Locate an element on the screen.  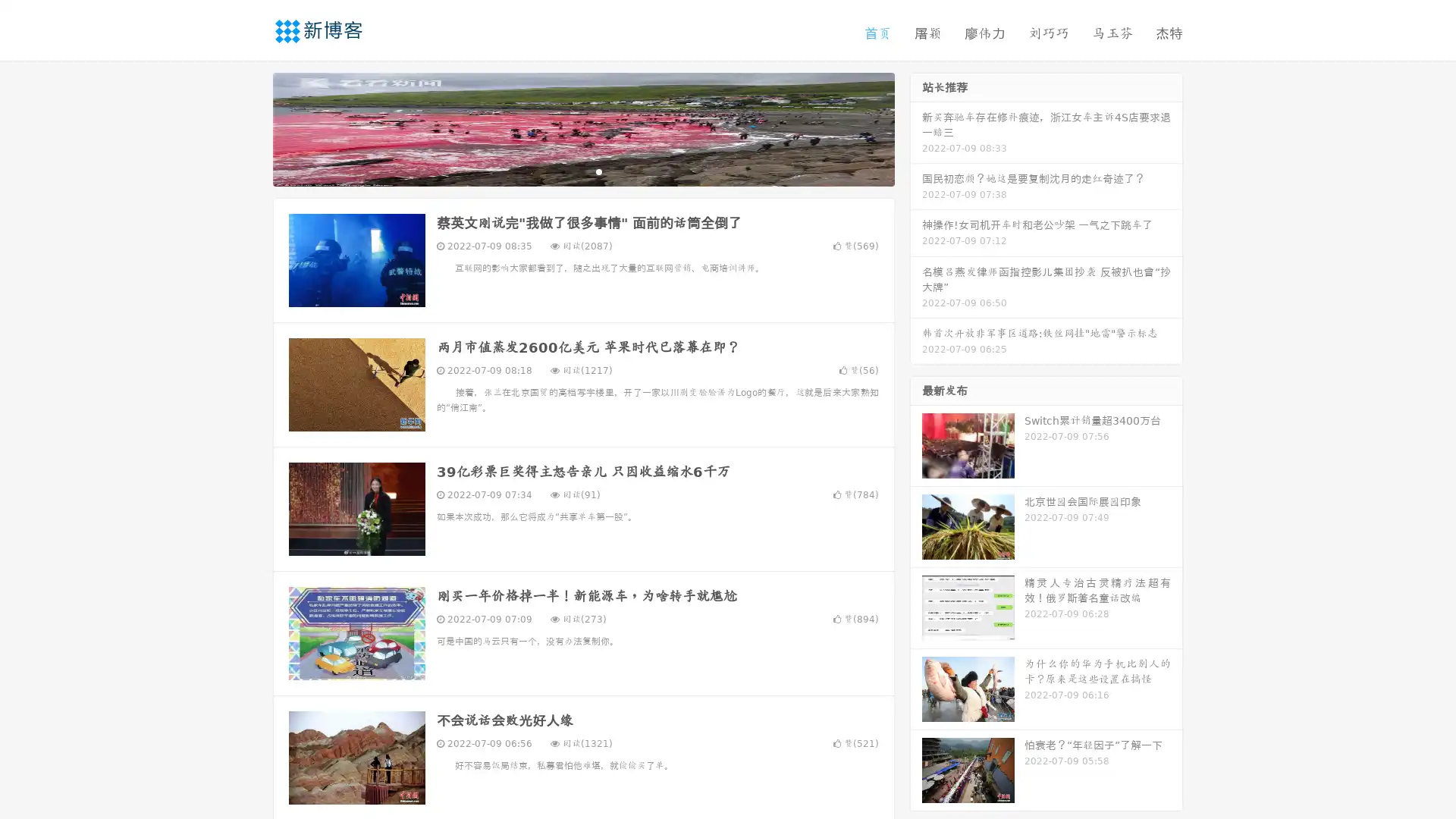
Next slide is located at coordinates (916, 127).